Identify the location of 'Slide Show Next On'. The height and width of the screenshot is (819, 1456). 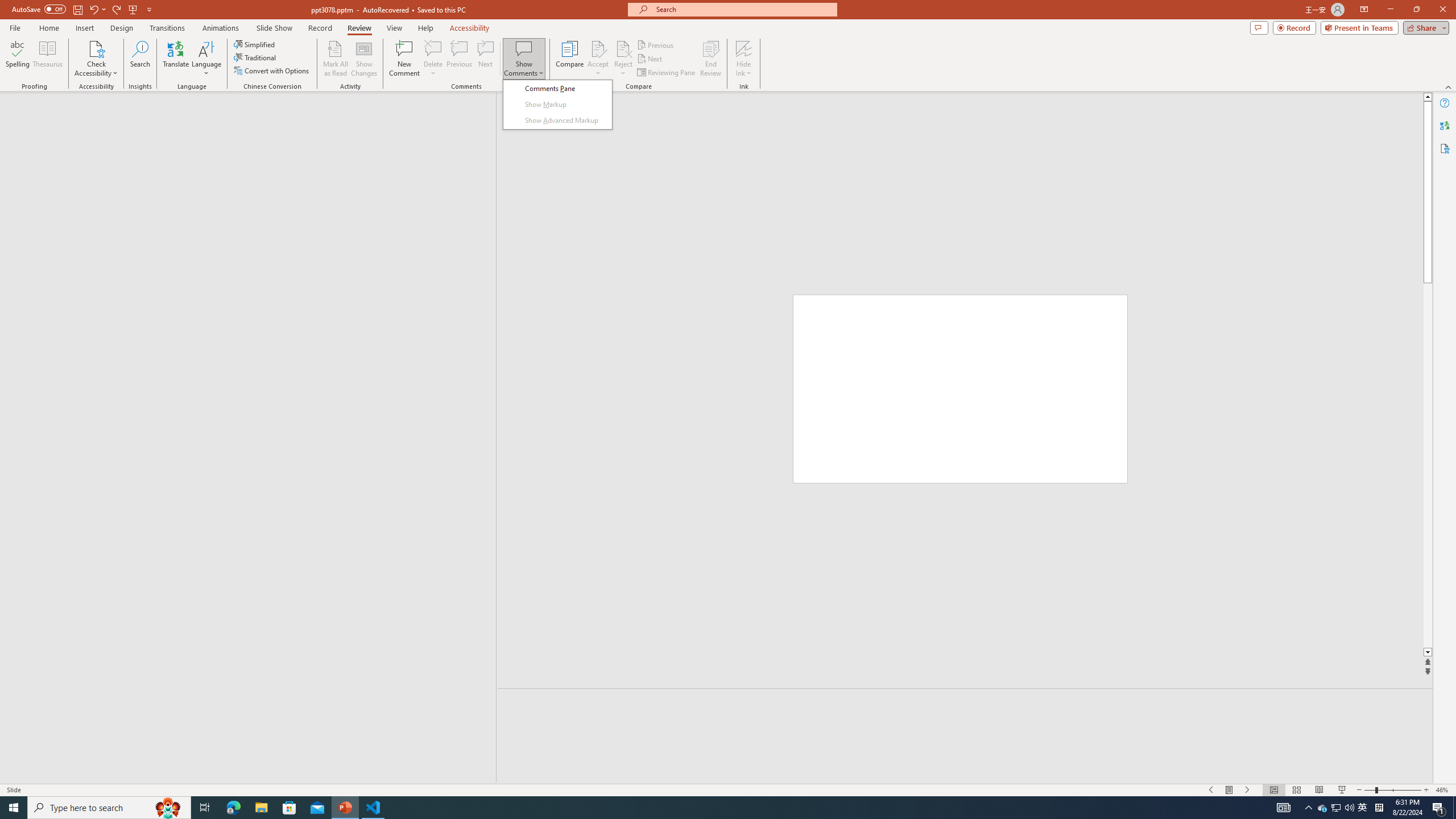
(1247, 790).